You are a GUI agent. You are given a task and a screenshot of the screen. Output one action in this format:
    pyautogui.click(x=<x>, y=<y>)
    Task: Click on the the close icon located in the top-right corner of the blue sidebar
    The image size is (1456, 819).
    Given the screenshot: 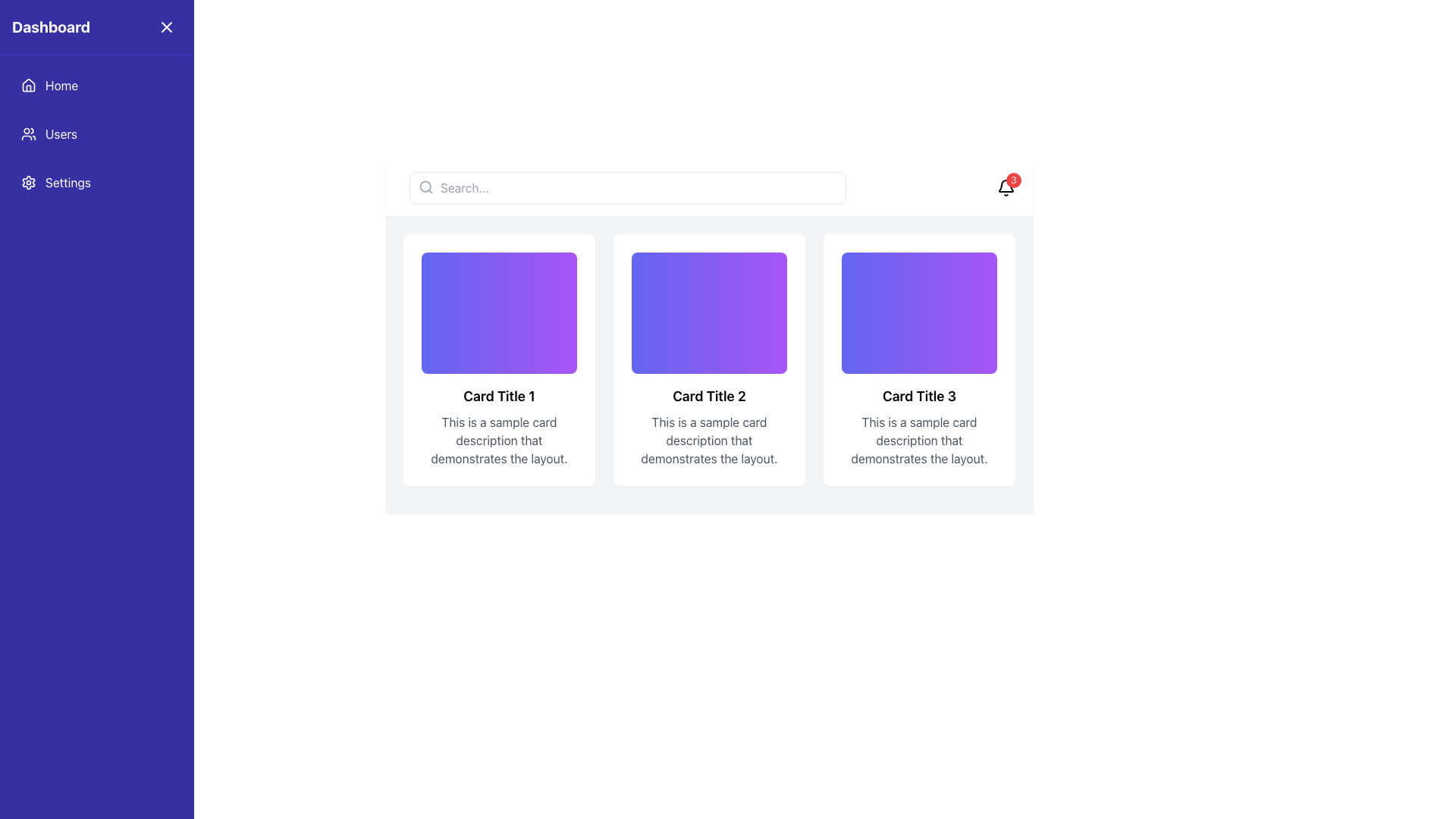 What is the action you would take?
    pyautogui.click(x=167, y=27)
    